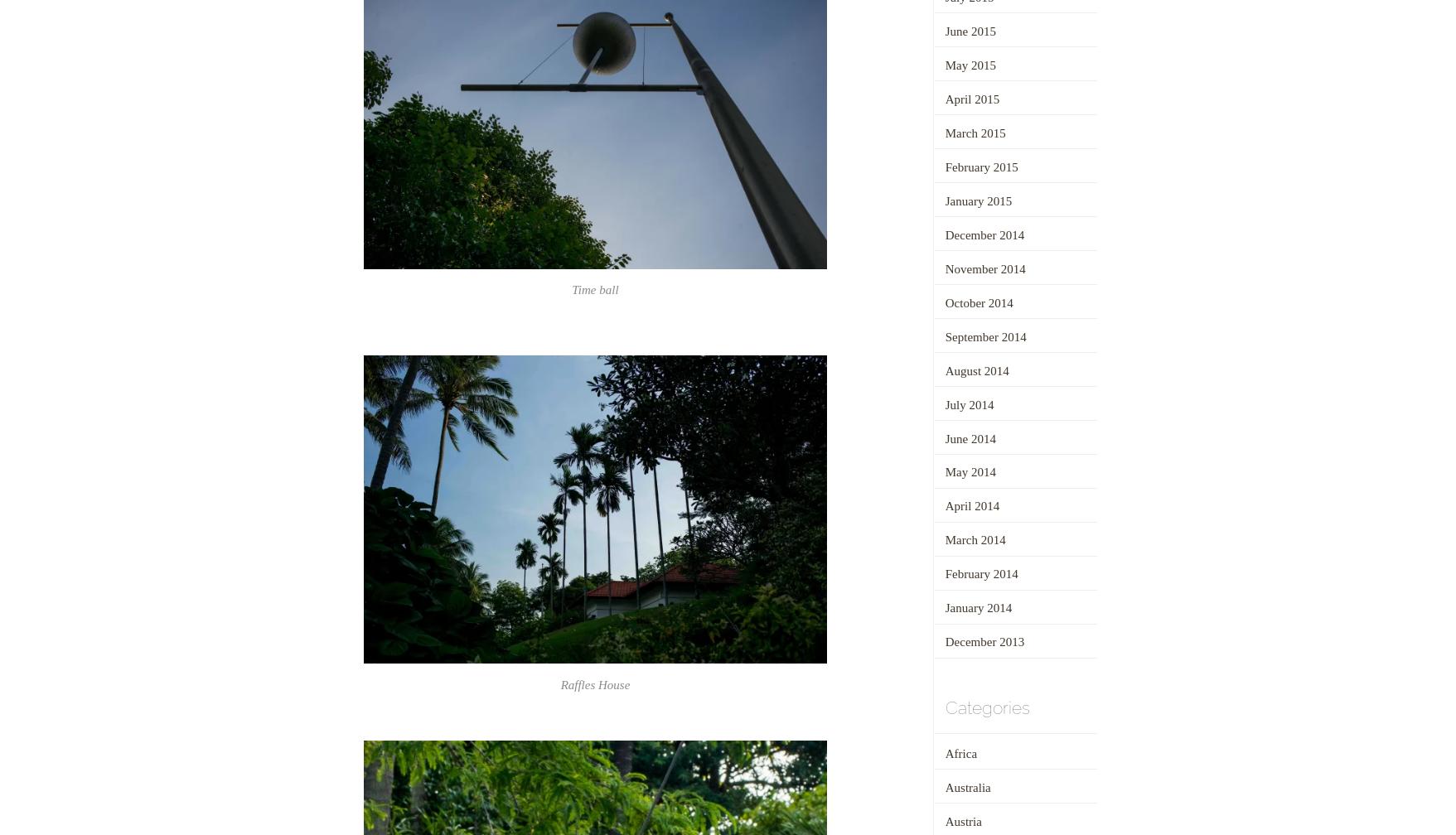 This screenshot has width=1456, height=835. What do you see at coordinates (978, 302) in the screenshot?
I see `'October 2014'` at bounding box center [978, 302].